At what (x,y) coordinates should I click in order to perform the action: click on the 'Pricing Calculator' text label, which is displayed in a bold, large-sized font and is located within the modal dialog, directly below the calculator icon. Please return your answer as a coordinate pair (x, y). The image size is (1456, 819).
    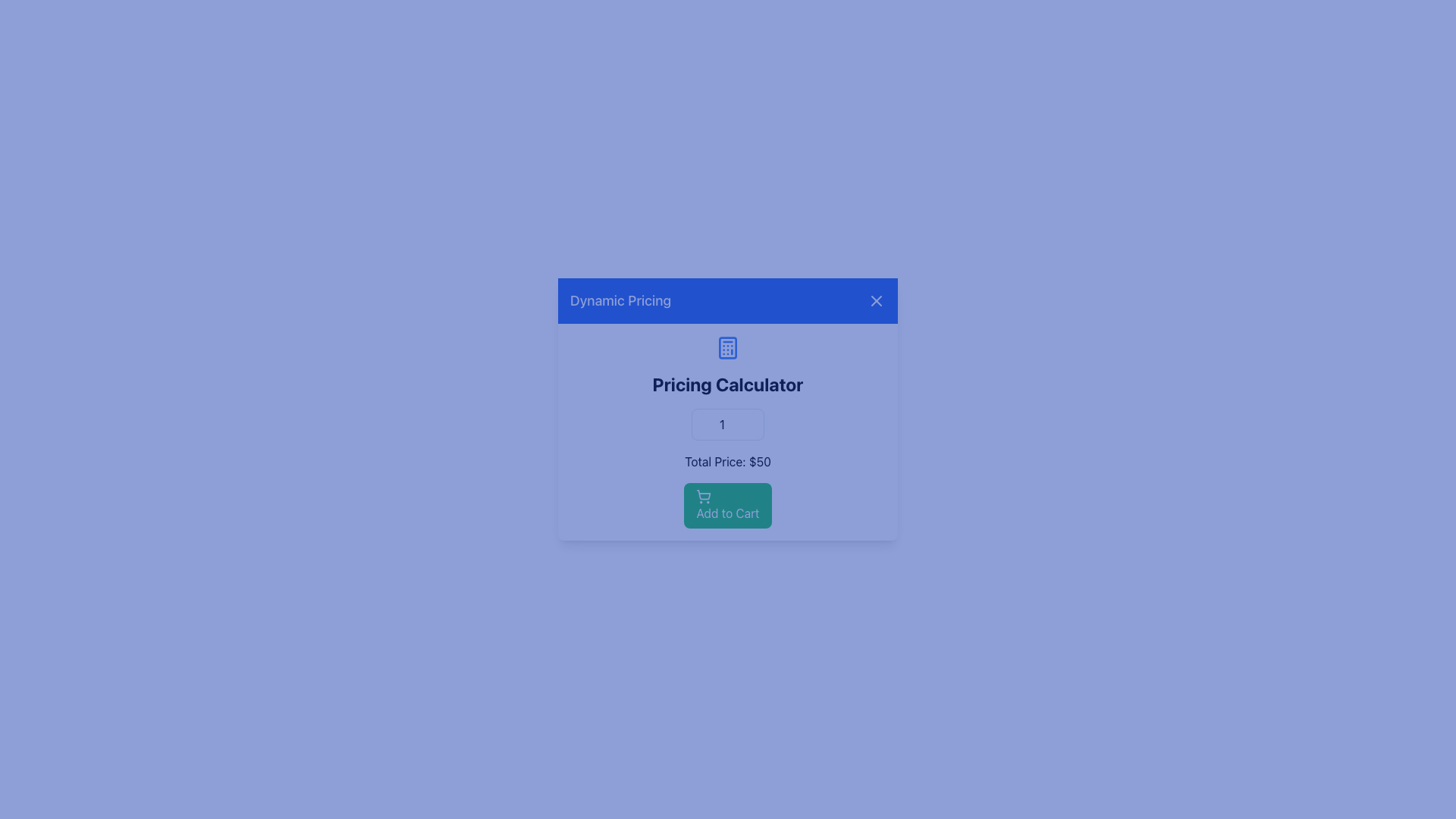
    Looking at the image, I should click on (728, 383).